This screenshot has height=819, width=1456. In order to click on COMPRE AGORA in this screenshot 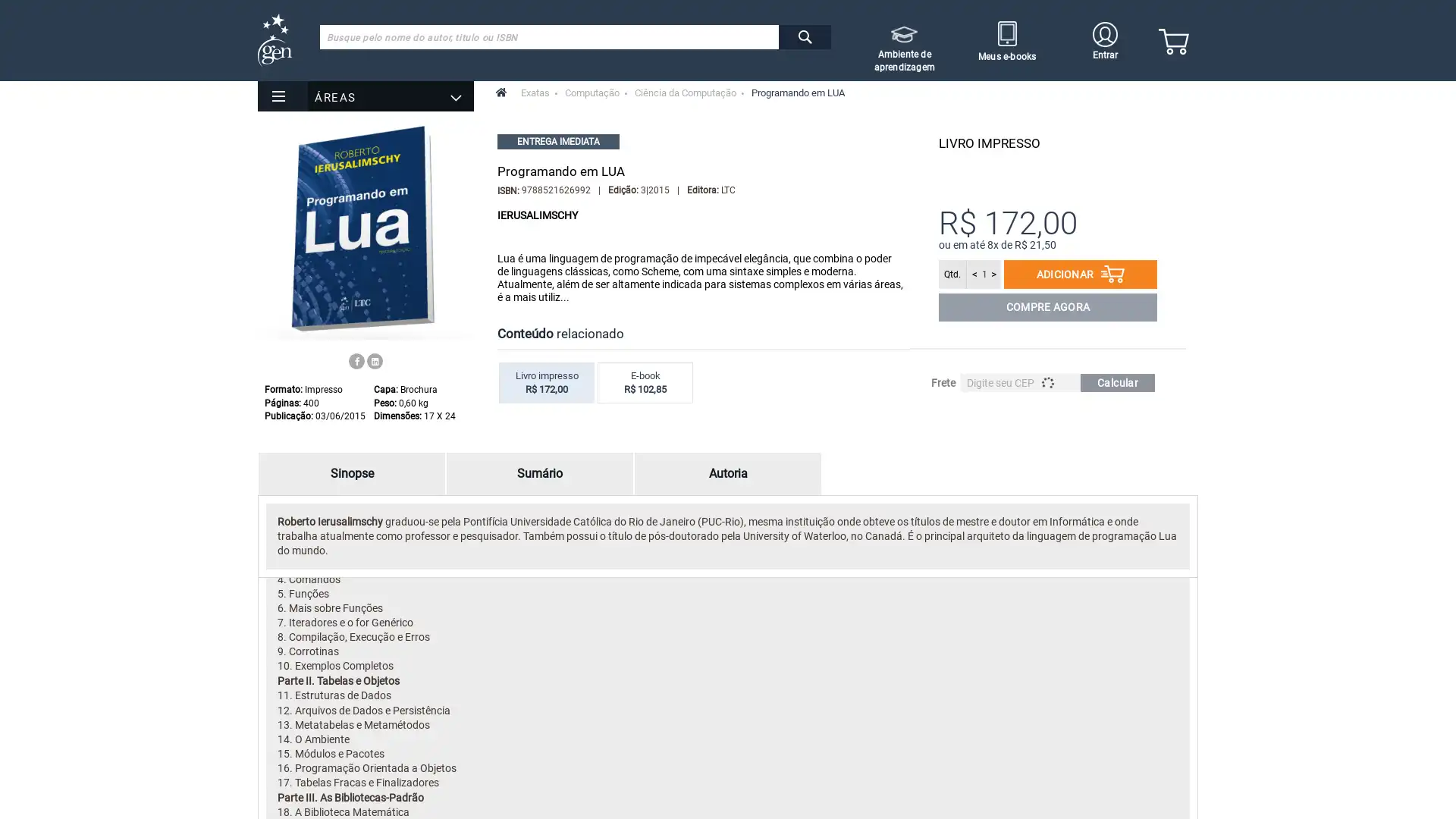, I will do `click(1047, 307)`.